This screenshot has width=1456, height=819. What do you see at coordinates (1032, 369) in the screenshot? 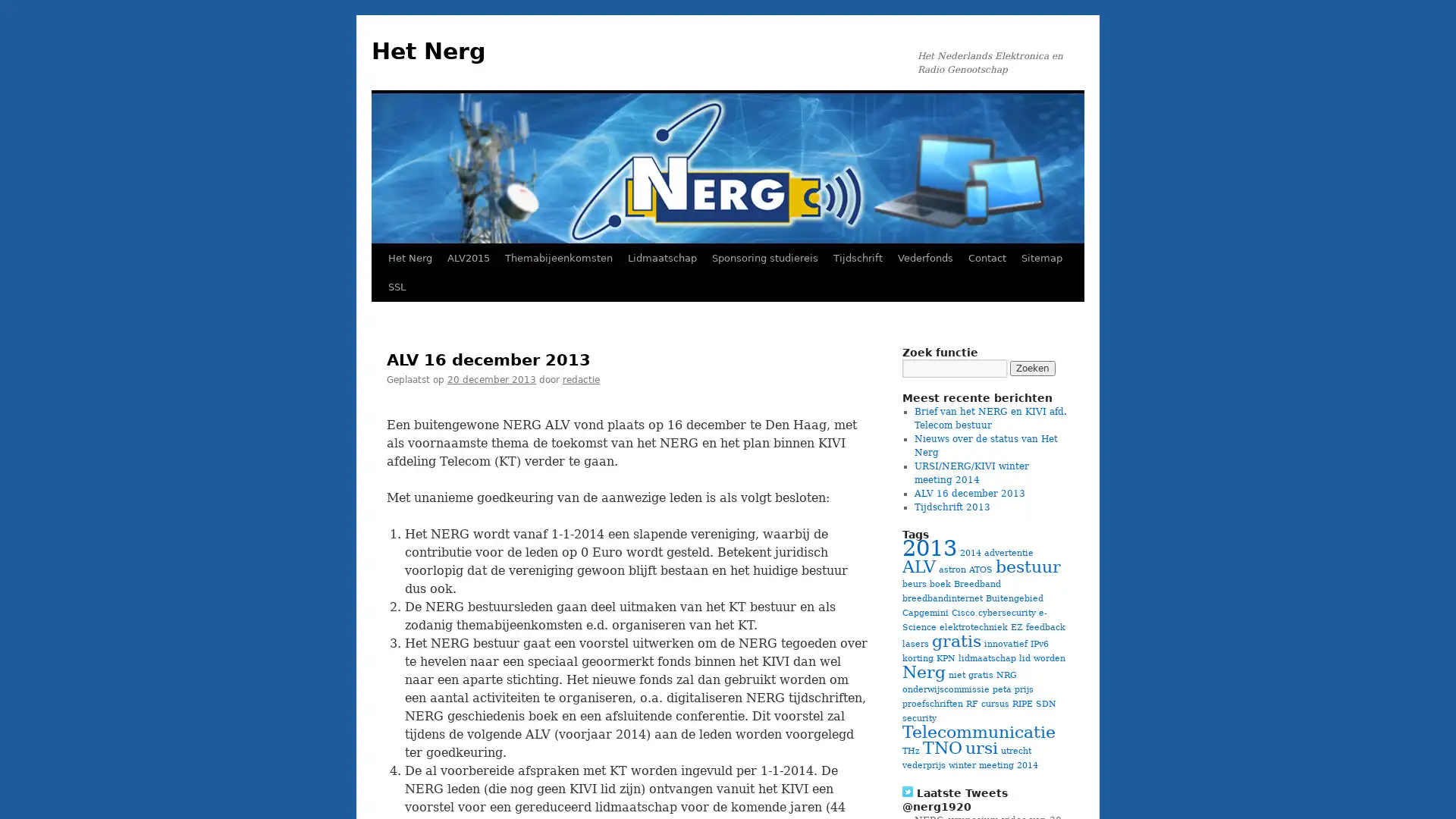
I see `Zoeken` at bounding box center [1032, 369].